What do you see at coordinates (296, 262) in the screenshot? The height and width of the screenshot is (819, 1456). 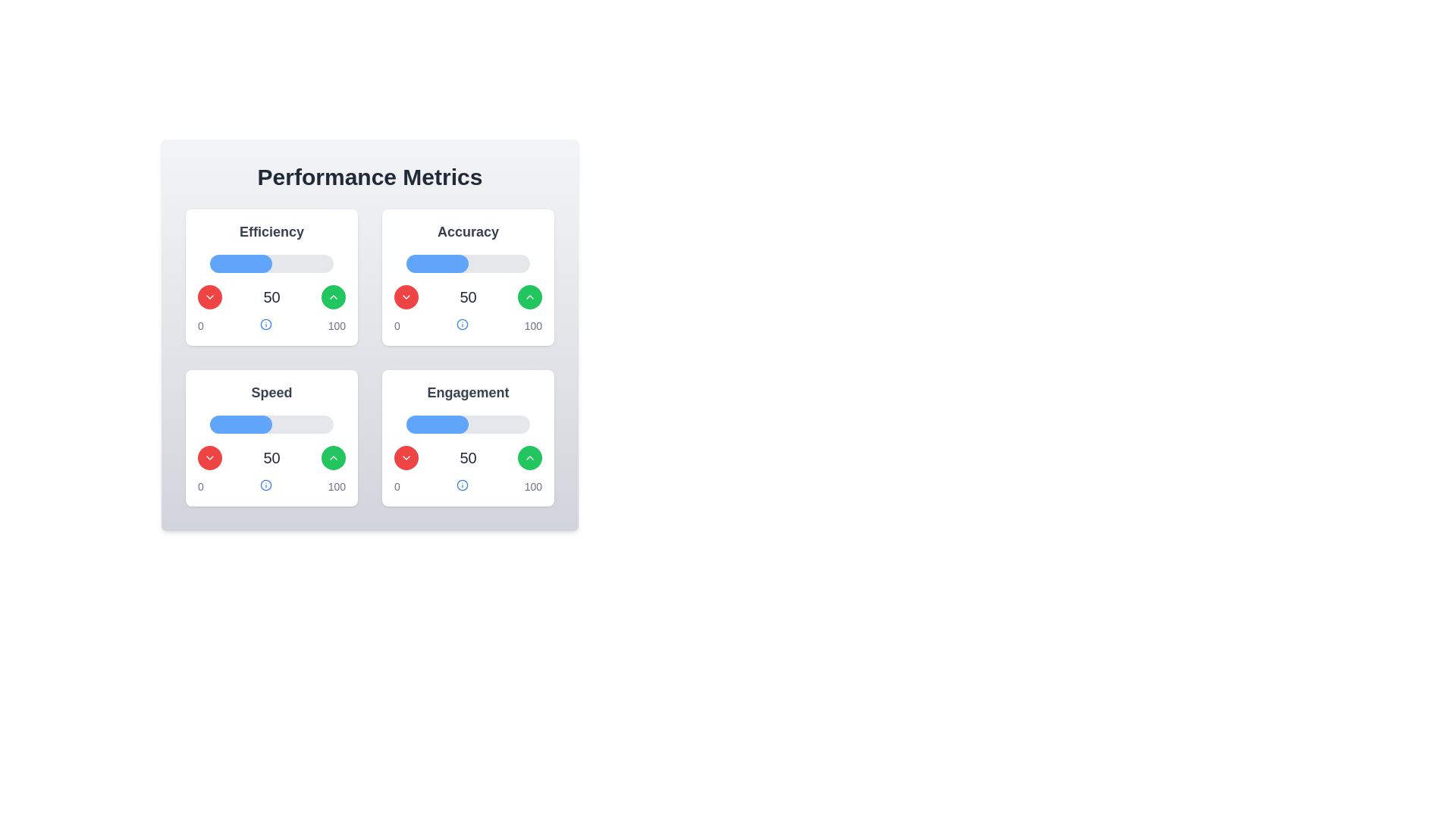 I see `the efficiency value` at bounding box center [296, 262].